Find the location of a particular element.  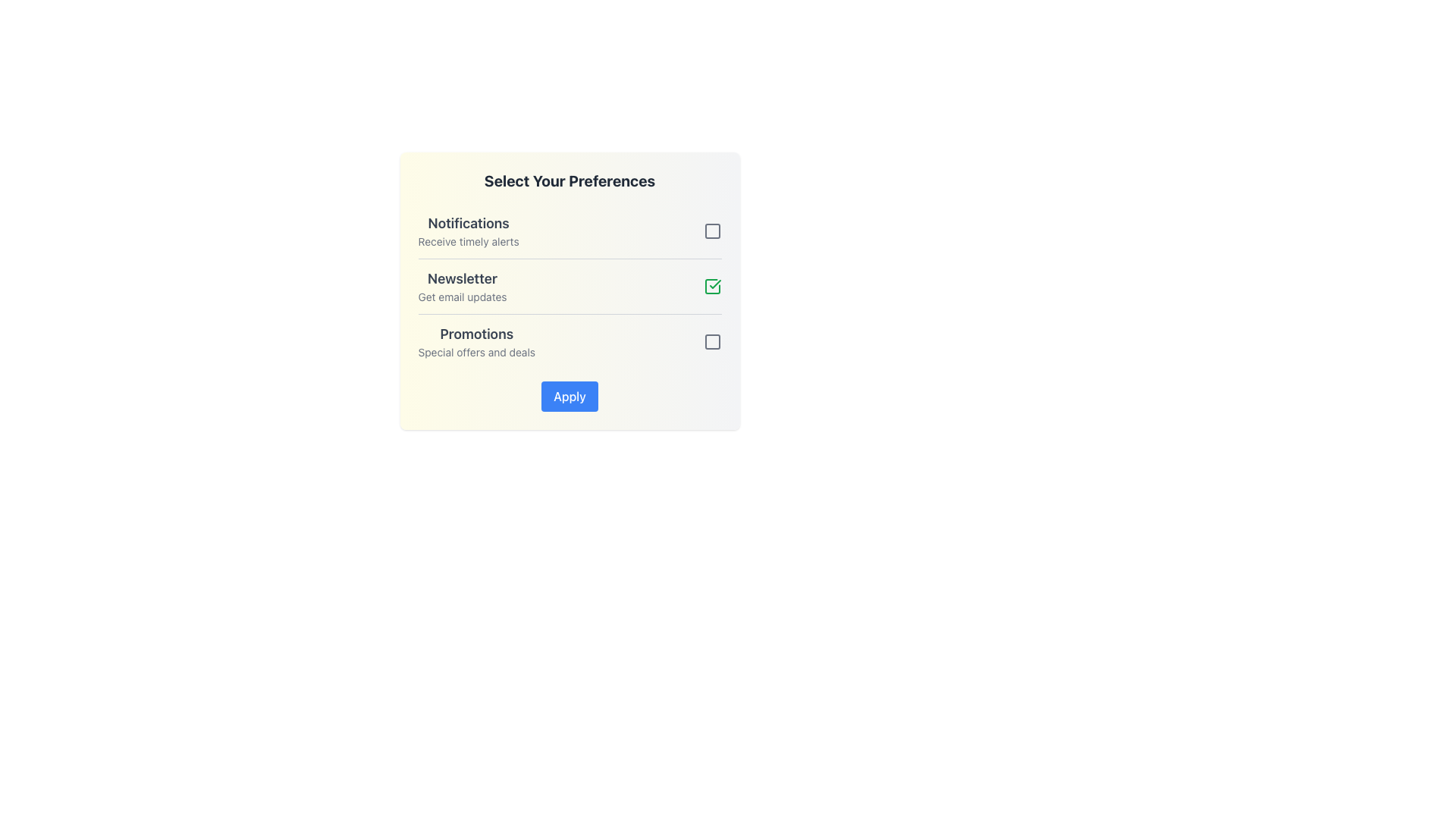

the 'Promotions' text element, which is bold, larger, and dark gray, located in the 'Select Your Preferences' section, above the 'Special offers and deals' text is located at coordinates (475, 333).